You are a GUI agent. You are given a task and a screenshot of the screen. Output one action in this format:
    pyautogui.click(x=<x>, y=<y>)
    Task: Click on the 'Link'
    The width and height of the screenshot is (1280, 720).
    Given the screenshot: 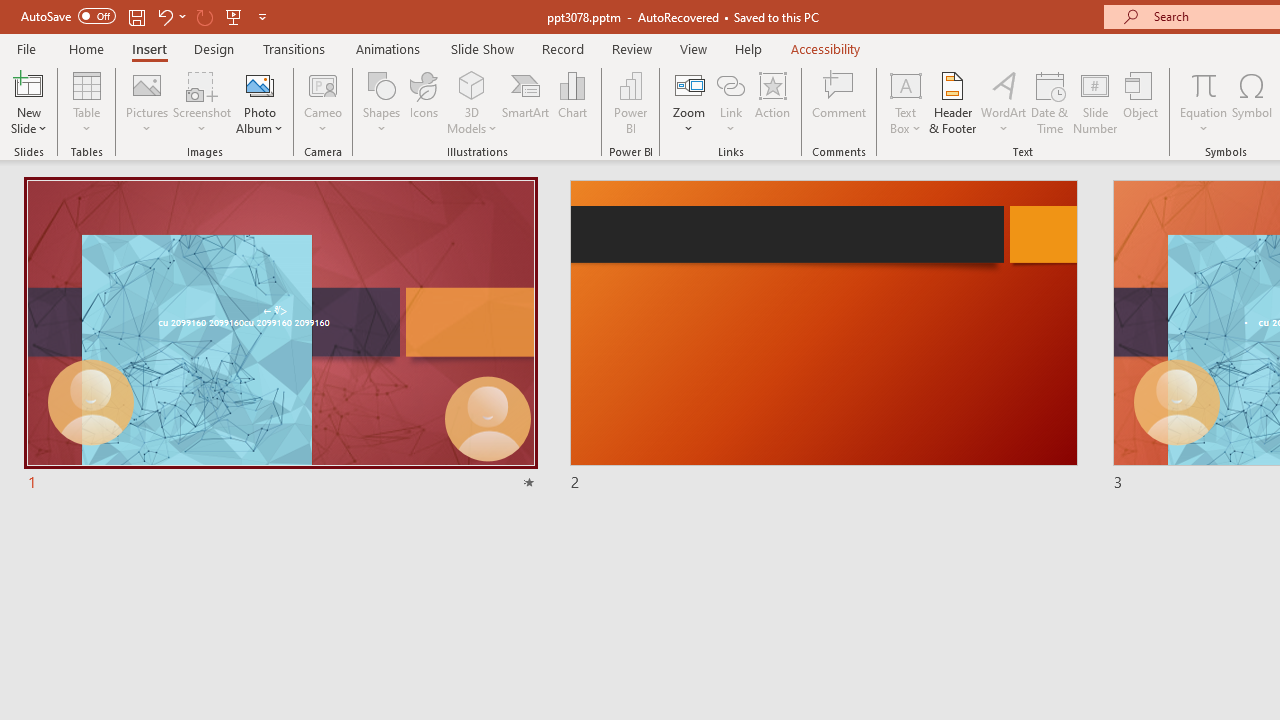 What is the action you would take?
    pyautogui.click(x=730, y=103)
    